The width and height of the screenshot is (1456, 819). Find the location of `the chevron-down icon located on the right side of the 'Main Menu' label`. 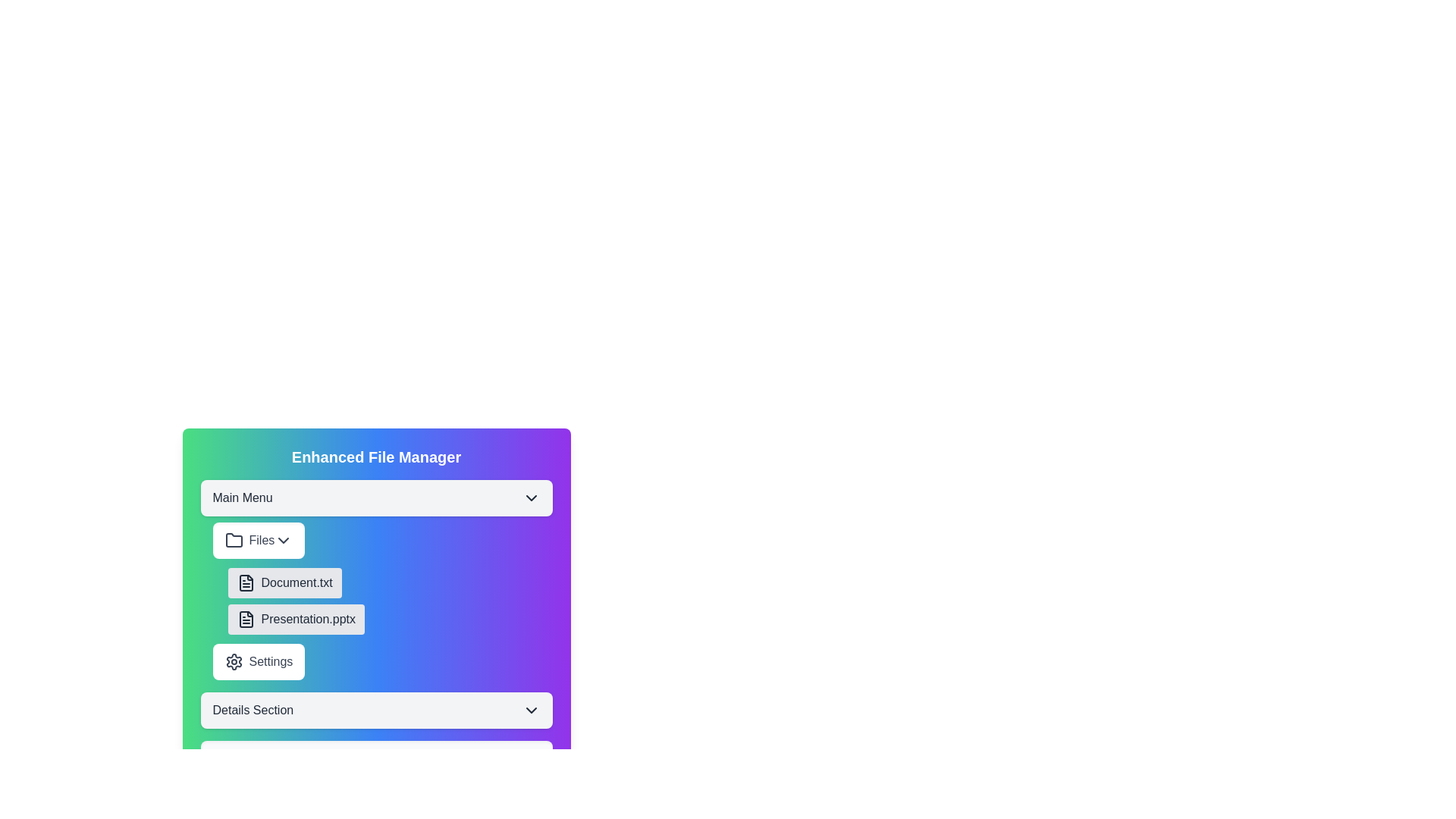

the chevron-down icon located on the right side of the 'Main Menu' label is located at coordinates (531, 497).